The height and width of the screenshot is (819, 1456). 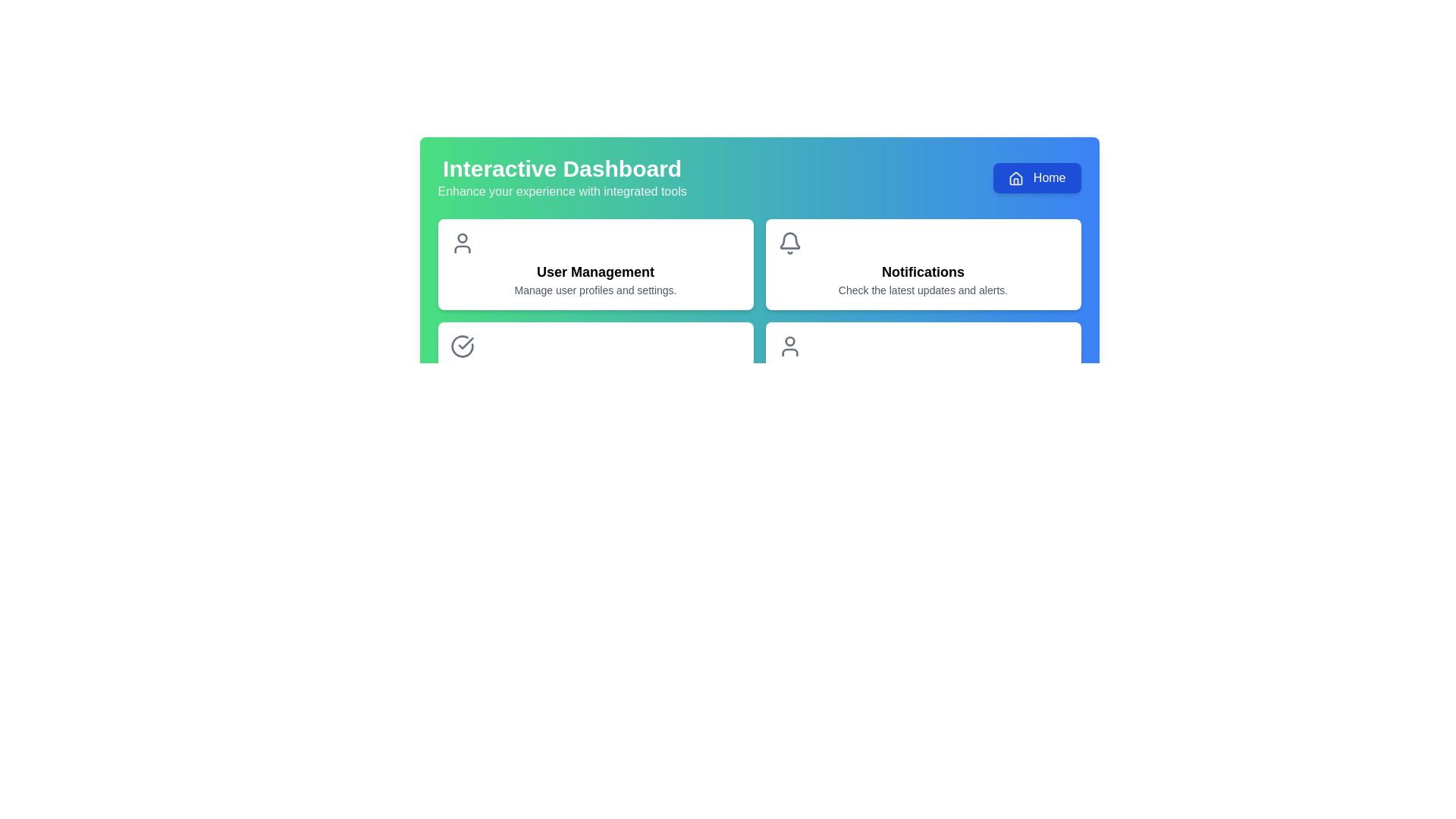 I want to click on the user profile icon located at the top-left corner of the 'Team Collaboration' card, which contains the heading 'Team Collaboration' and the description 'Collaborate with your team effectively.', so click(x=789, y=346).